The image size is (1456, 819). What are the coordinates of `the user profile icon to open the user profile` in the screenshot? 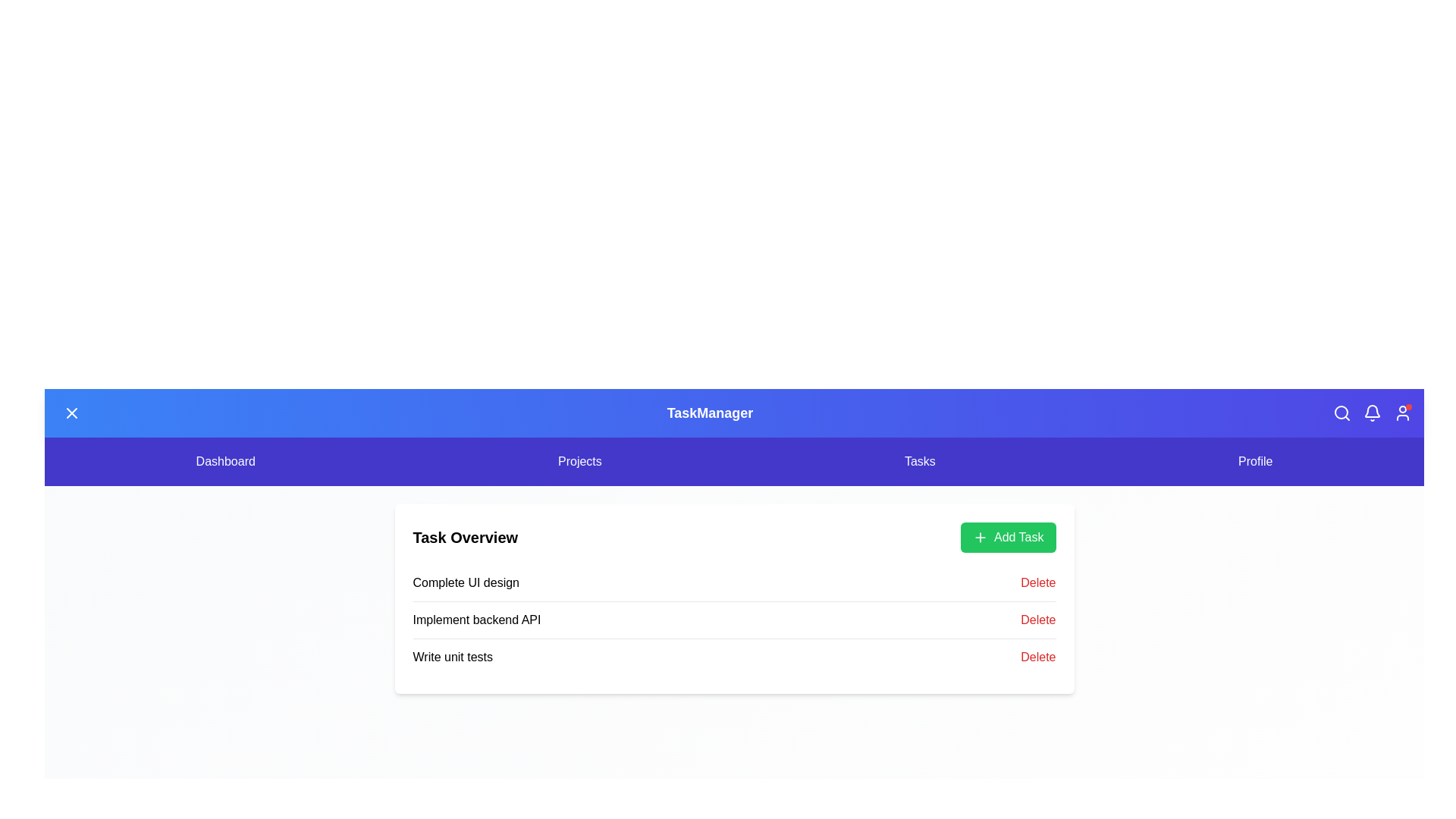 It's located at (1401, 413).